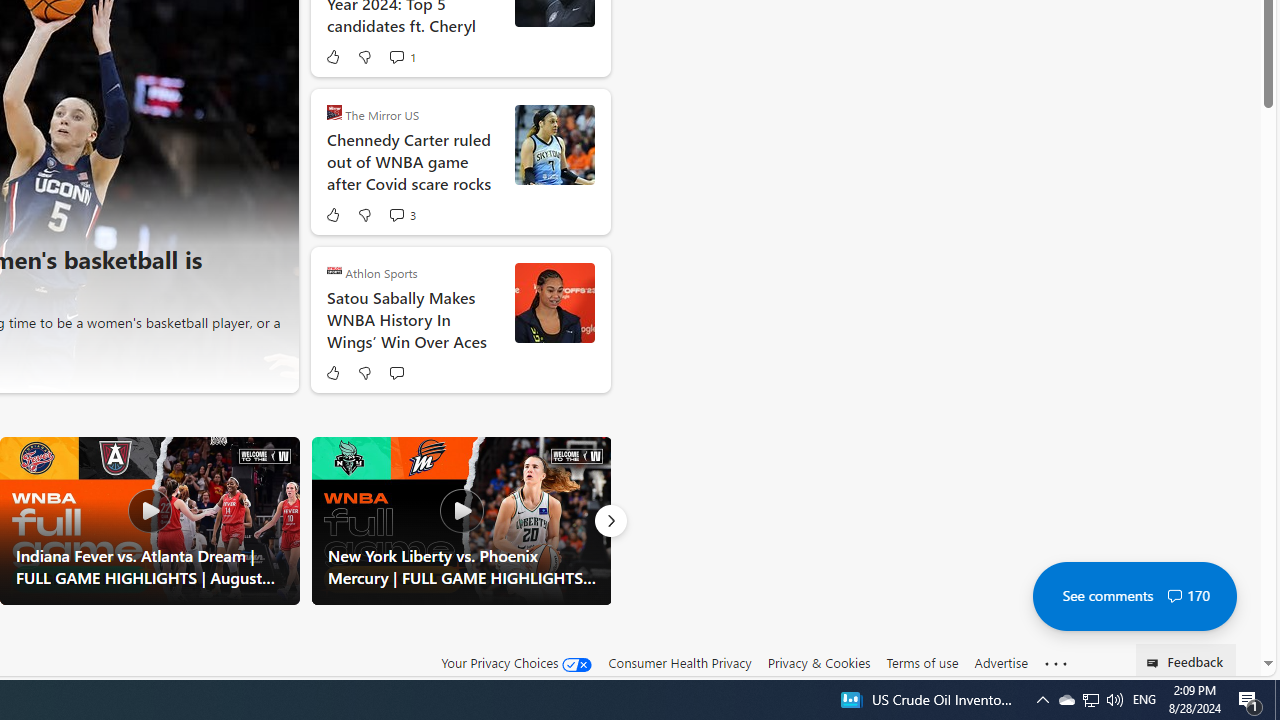  Describe the element at coordinates (332, 372) in the screenshot. I see `'Like'` at that location.